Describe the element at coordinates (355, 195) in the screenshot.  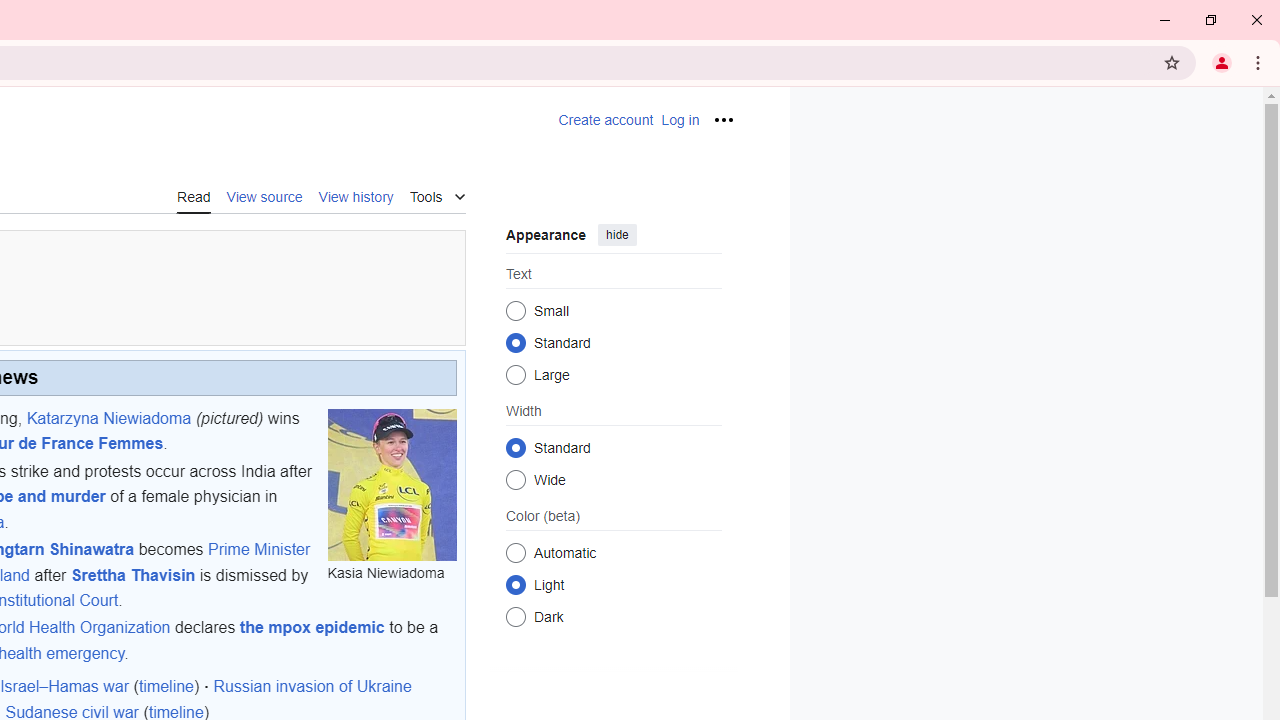
I see `'AutomationID: ca-history'` at that location.